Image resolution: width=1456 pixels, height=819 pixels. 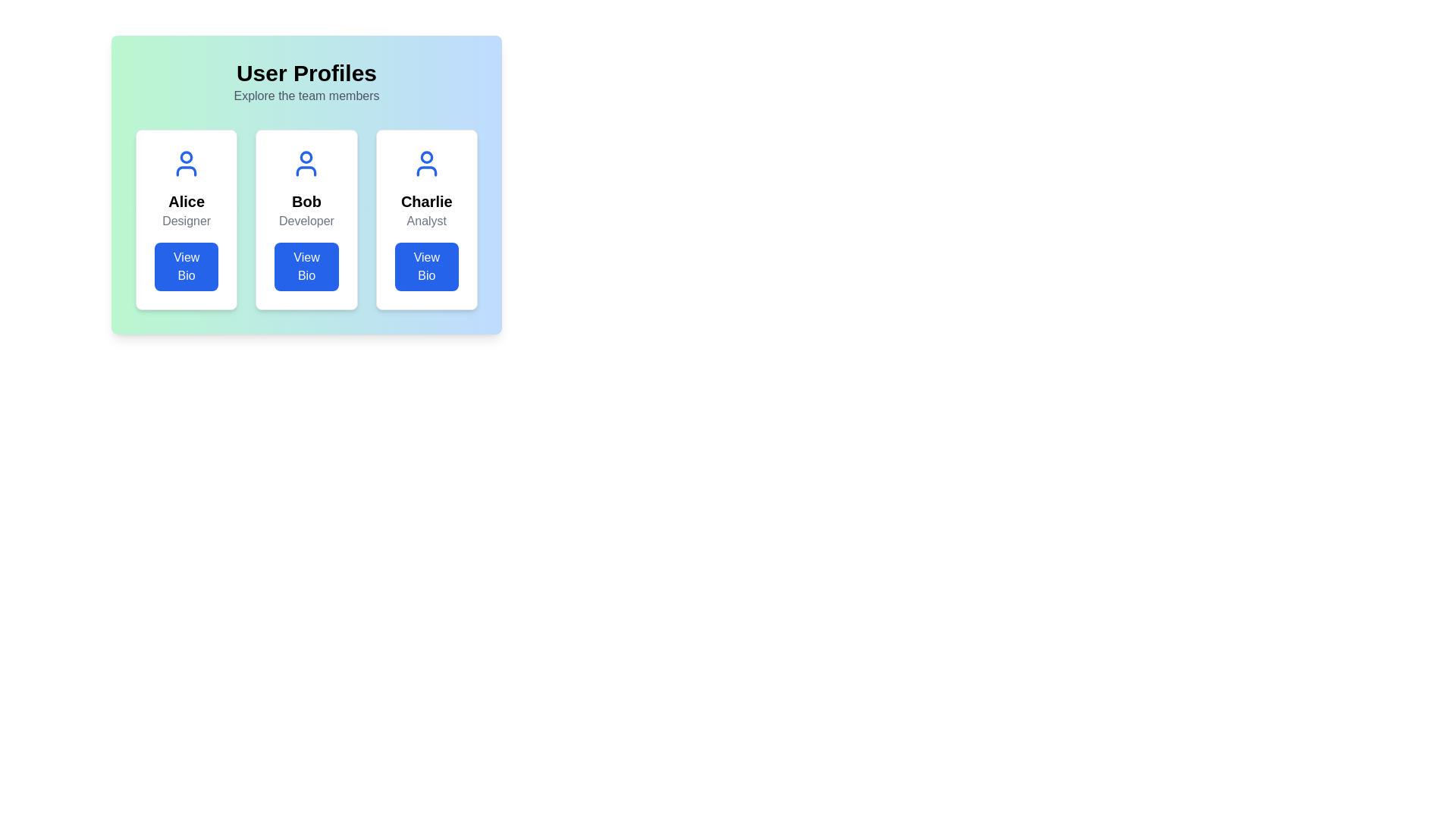 I want to click on text label indicating the role or position of 'Charlie' in the third profile card from the left, located below the 'Charlie' text and above the 'View Bio' button, so click(x=425, y=221).